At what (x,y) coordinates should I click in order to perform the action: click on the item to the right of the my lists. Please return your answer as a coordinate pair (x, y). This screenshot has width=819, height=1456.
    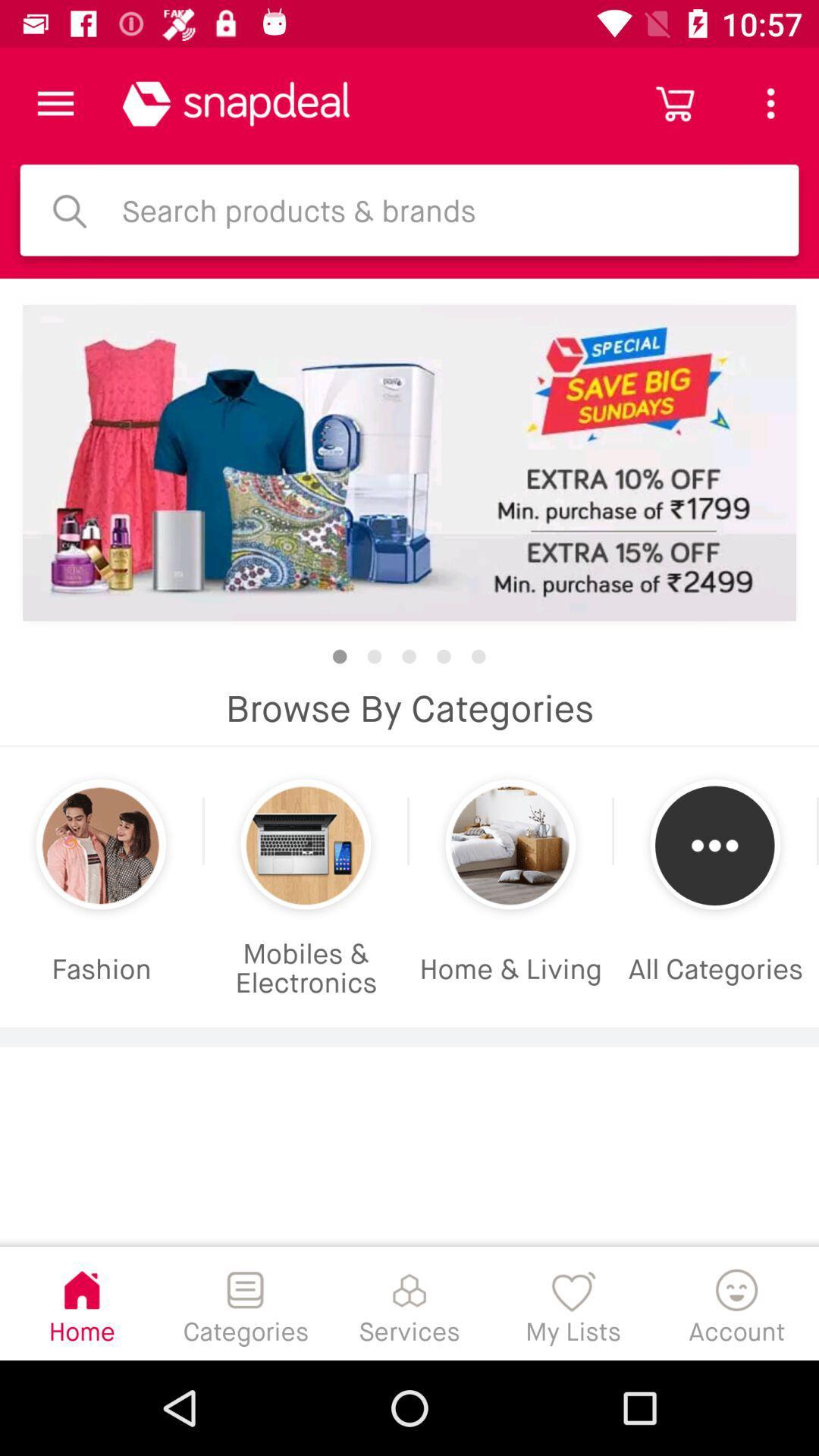
    Looking at the image, I should click on (736, 1302).